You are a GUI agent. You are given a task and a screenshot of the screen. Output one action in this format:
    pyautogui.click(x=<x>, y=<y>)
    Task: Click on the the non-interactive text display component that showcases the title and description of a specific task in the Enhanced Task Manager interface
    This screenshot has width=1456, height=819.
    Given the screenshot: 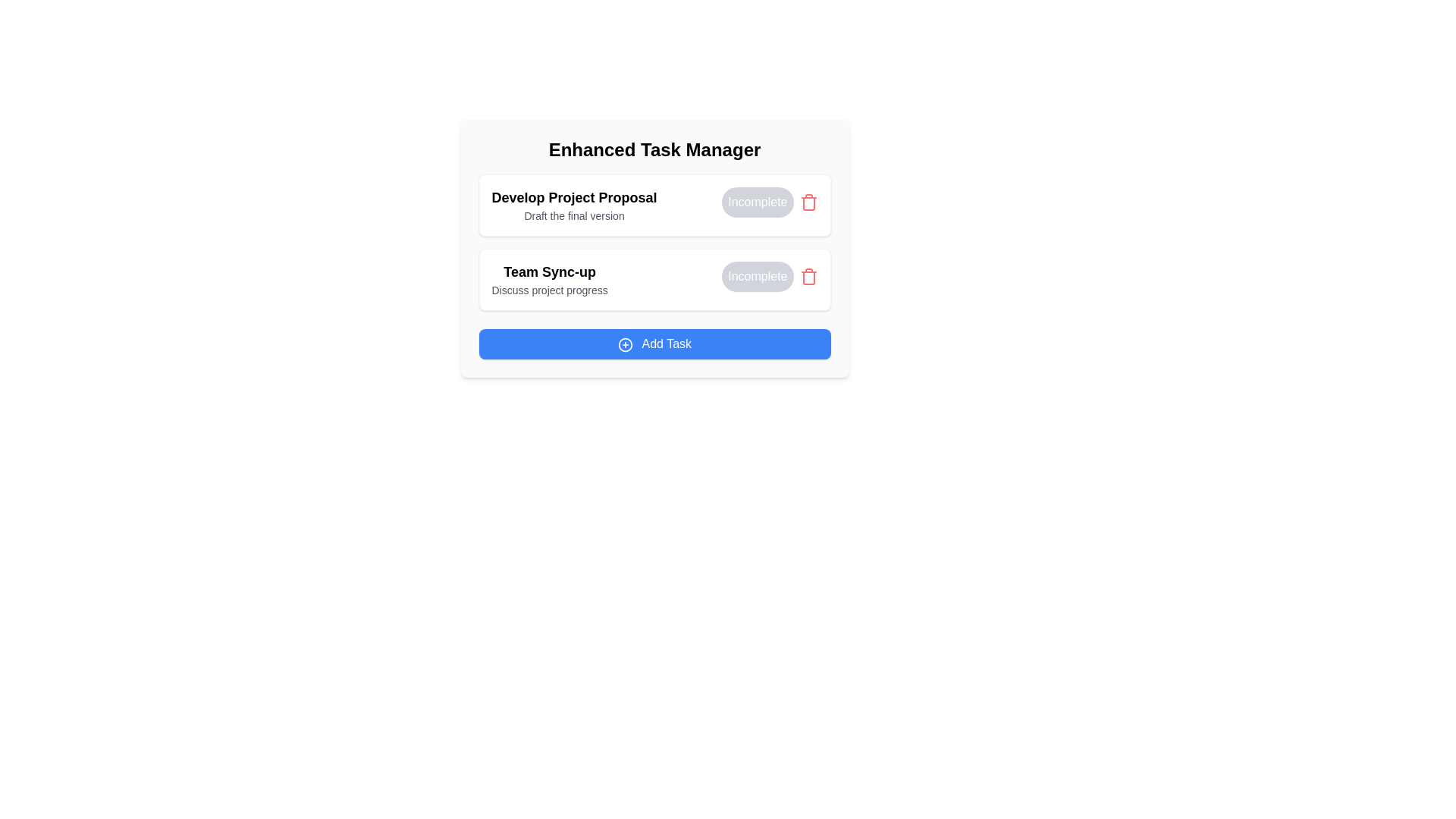 What is the action you would take?
    pyautogui.click(x=573, y=205)
    